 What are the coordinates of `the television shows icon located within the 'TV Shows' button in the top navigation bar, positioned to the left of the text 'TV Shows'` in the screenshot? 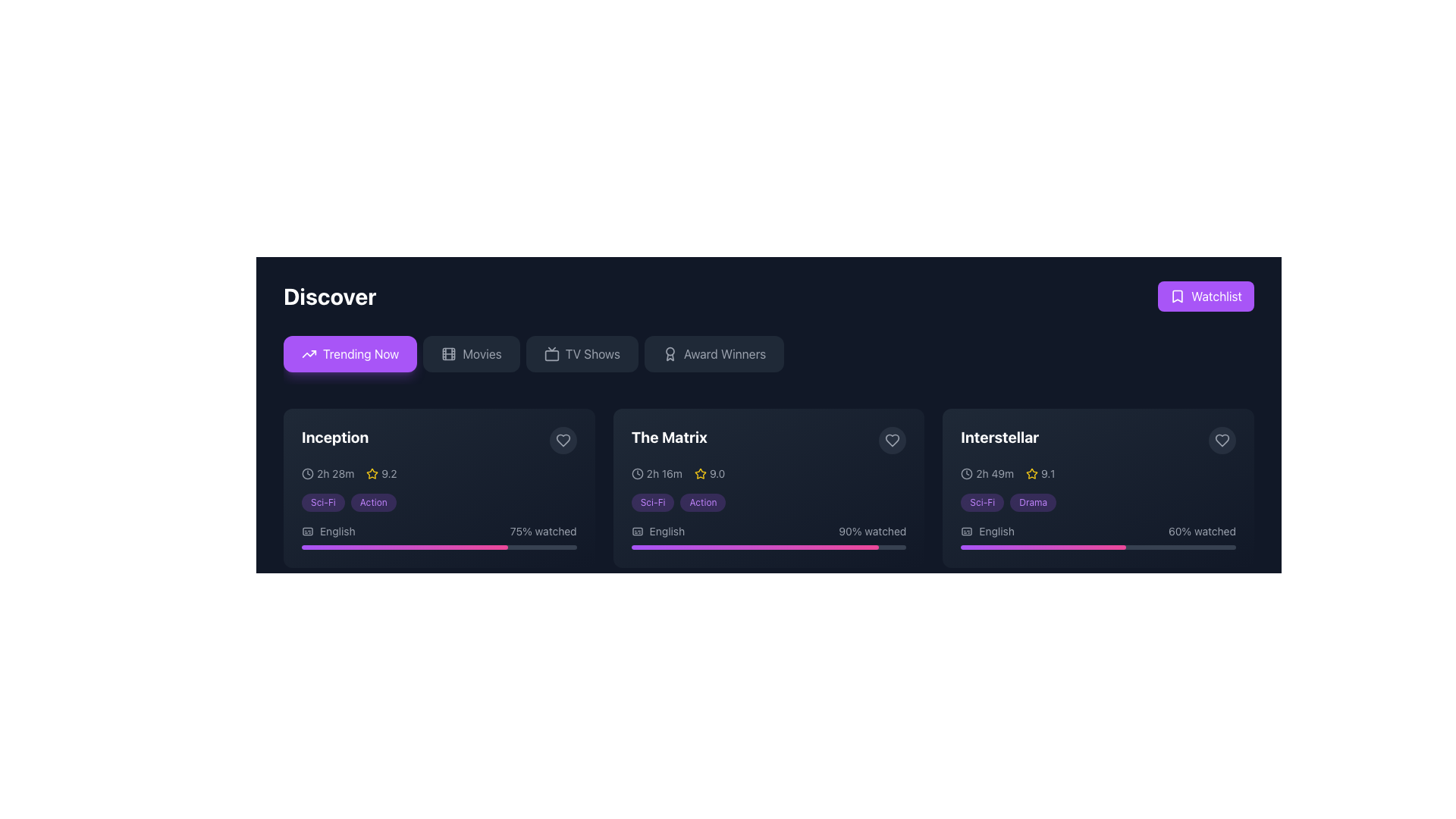 It's located at (551, 353).